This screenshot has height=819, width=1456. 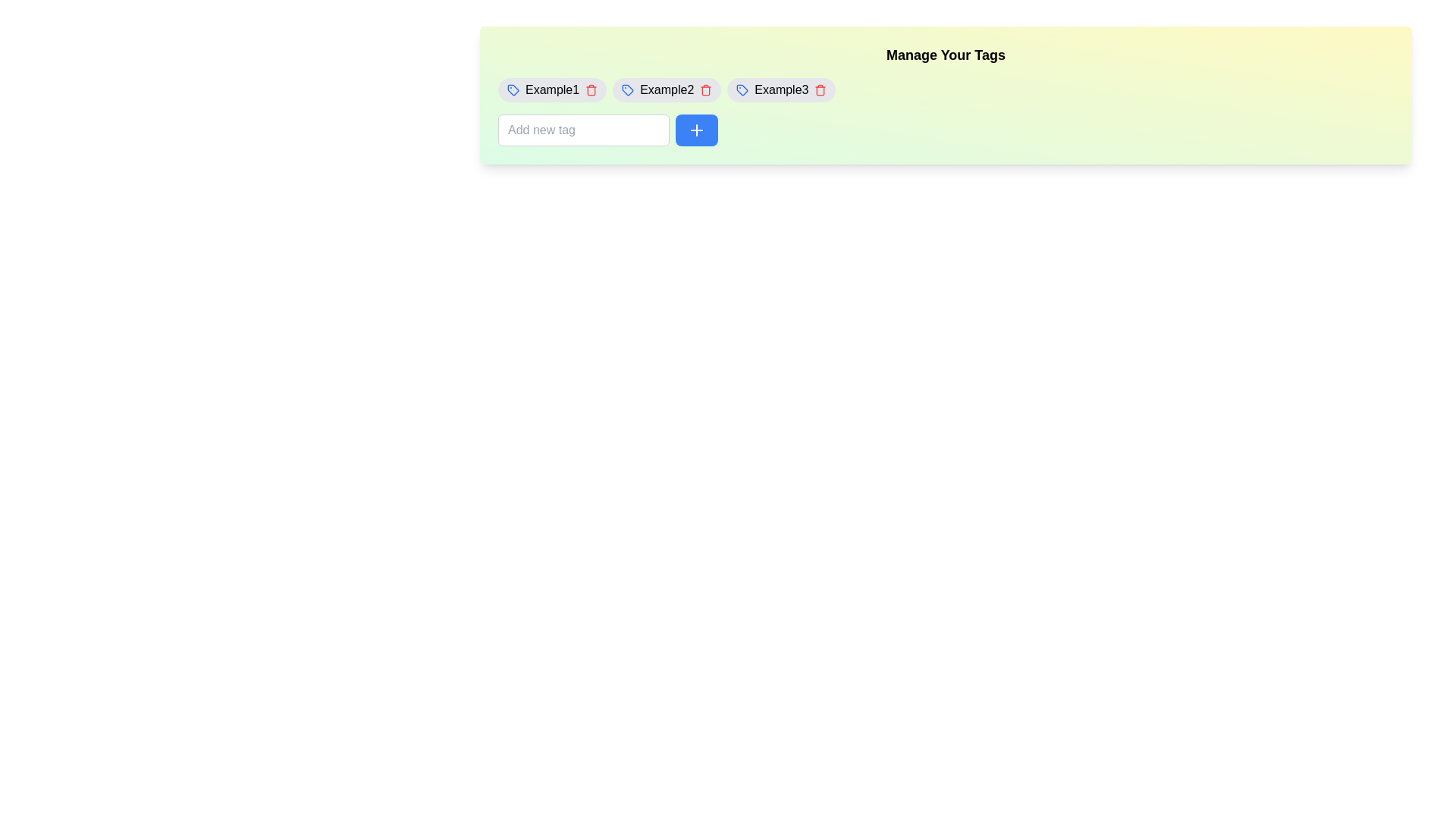 I want to click on the small, blue, rounded tag-like icon that appears before the text 'Example3' in a group of tag elements, so click(x=742, y=90).